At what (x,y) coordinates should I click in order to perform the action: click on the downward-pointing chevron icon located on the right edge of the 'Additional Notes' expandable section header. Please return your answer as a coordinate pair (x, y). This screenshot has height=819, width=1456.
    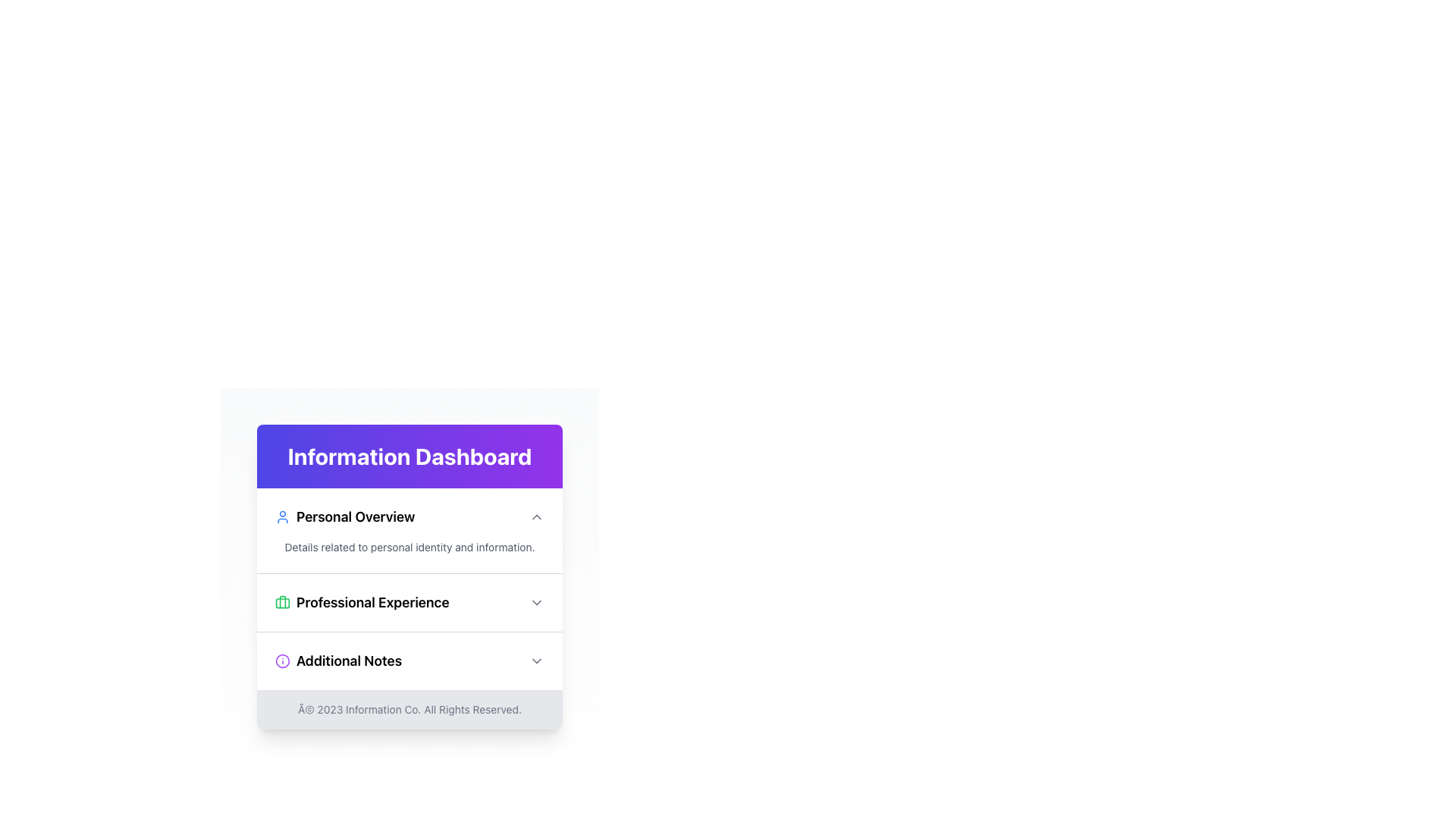
    Looking at the image, I should click on (537, 660).